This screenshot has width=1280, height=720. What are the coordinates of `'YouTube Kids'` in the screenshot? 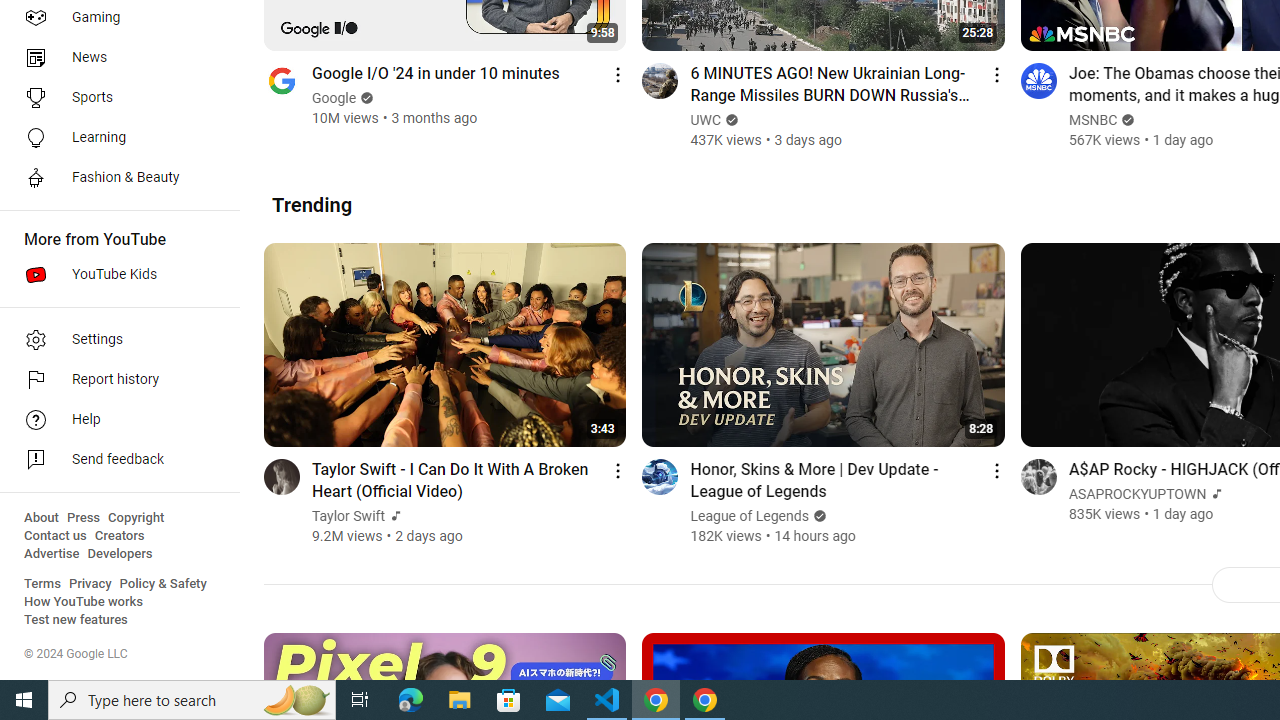 It's located at (112, 275).